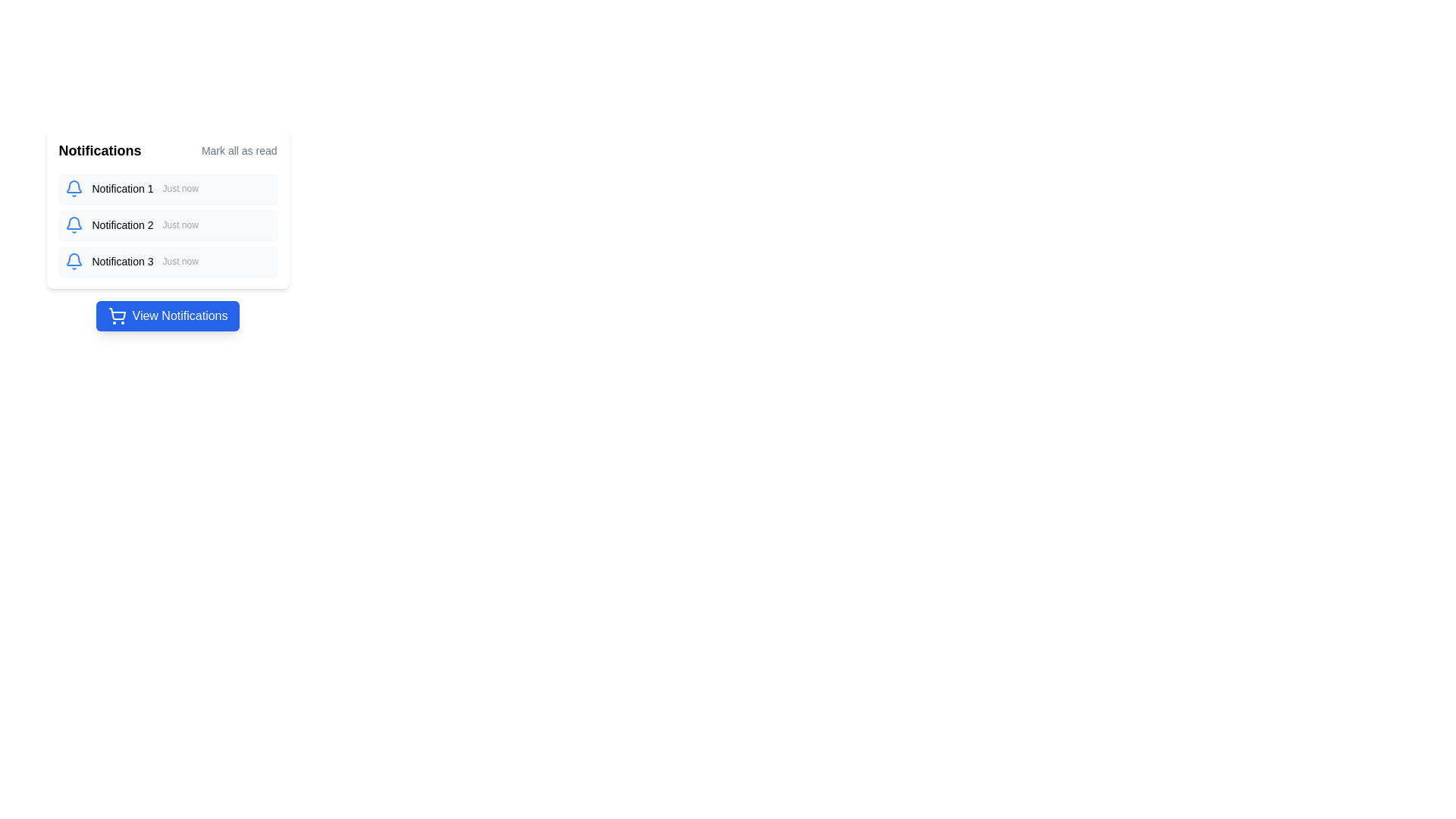 The width and height of the screenshot is (1456, 819). I want to click on text label displaying 'Notification 1' to understand the notification content, so click(123, 188).